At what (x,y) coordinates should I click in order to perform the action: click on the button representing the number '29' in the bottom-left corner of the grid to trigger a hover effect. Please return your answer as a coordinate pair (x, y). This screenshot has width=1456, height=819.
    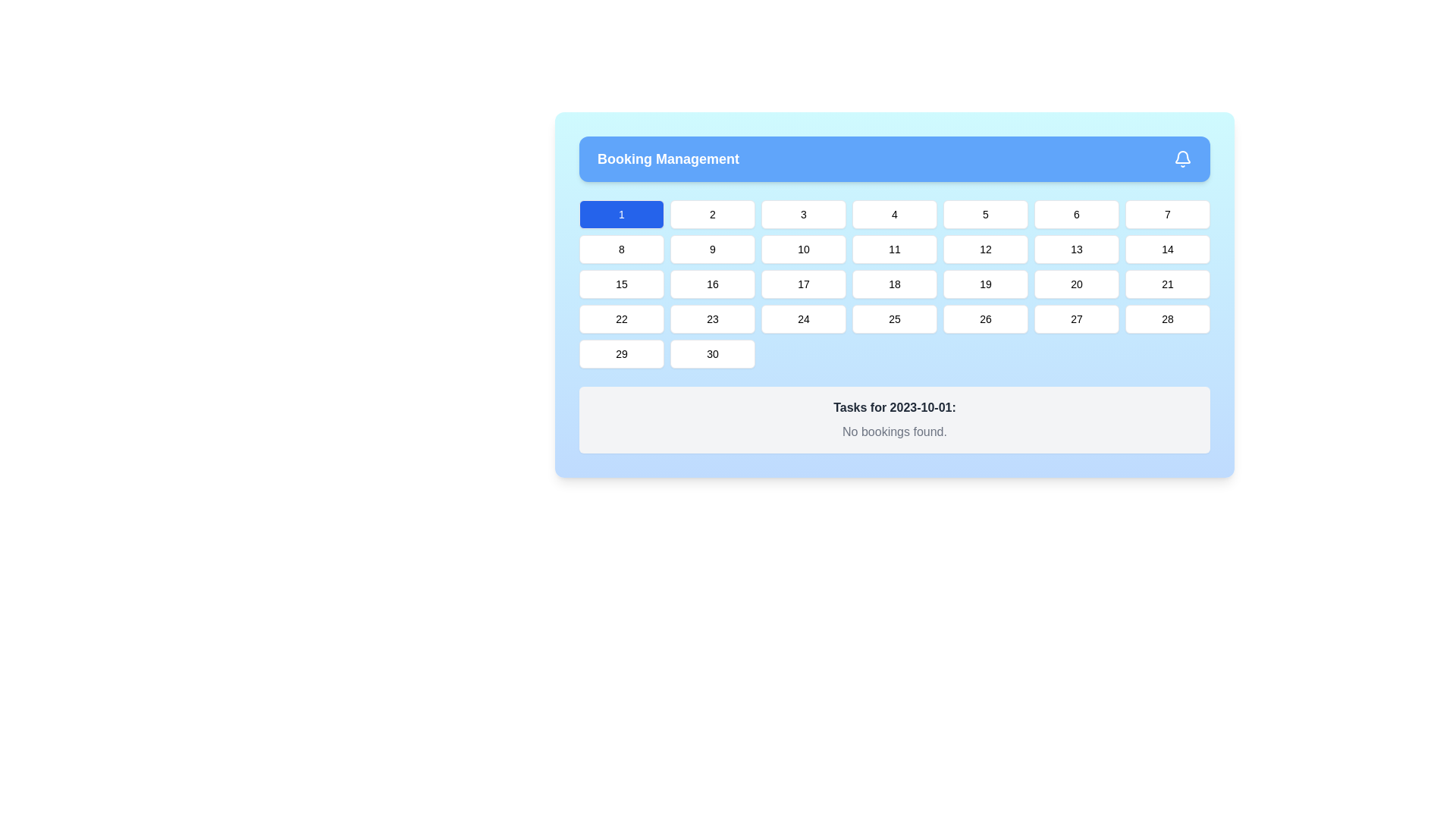
    Looking at the image, I should click on (622, 353).